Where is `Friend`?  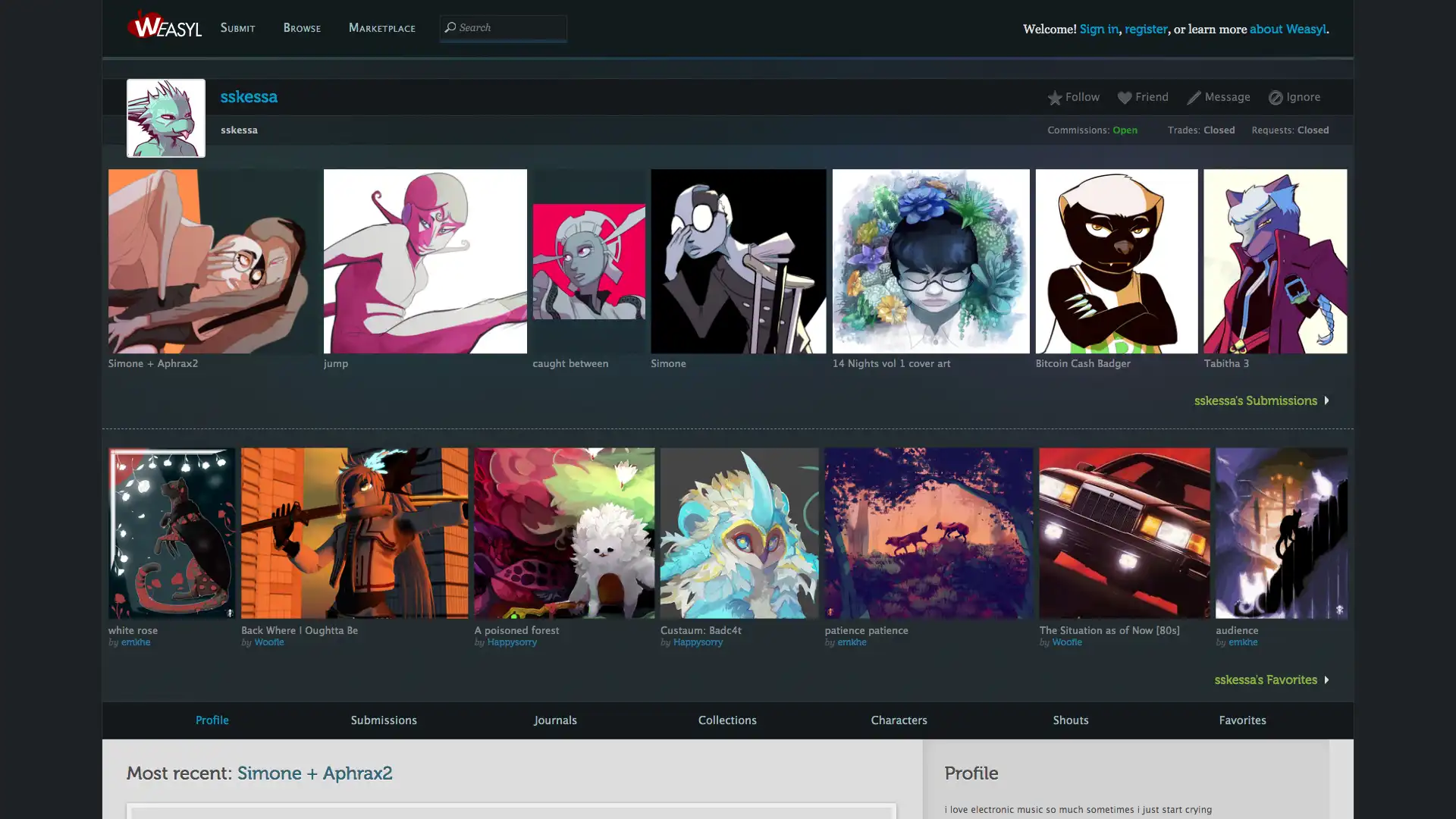
Friend is located at coordinates (1142, 96).